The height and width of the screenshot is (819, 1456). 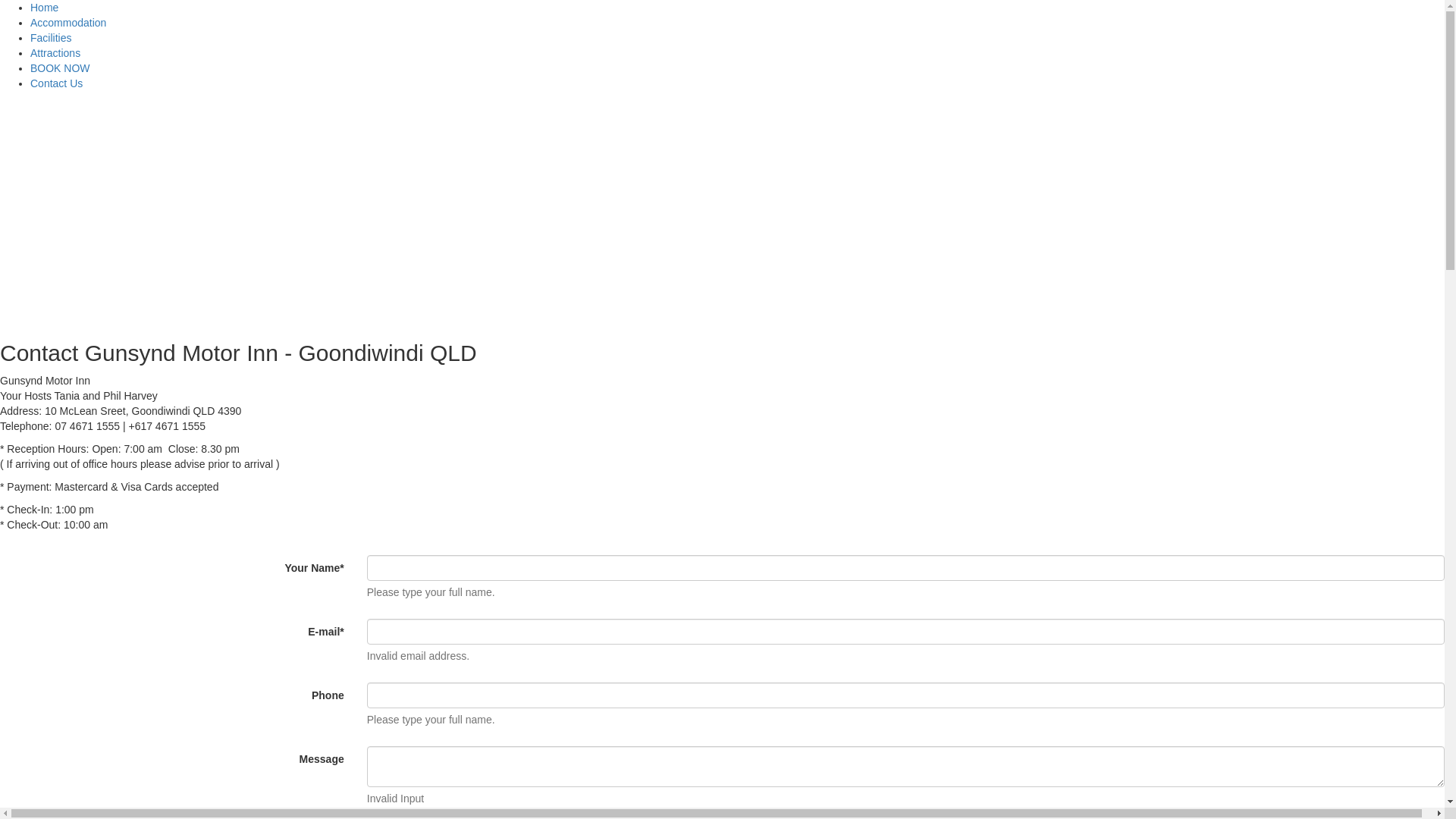 What do you see at coordinates (51, 37) in the screenshot?
I see `'Facilities'` at bounding box center [51, 37].